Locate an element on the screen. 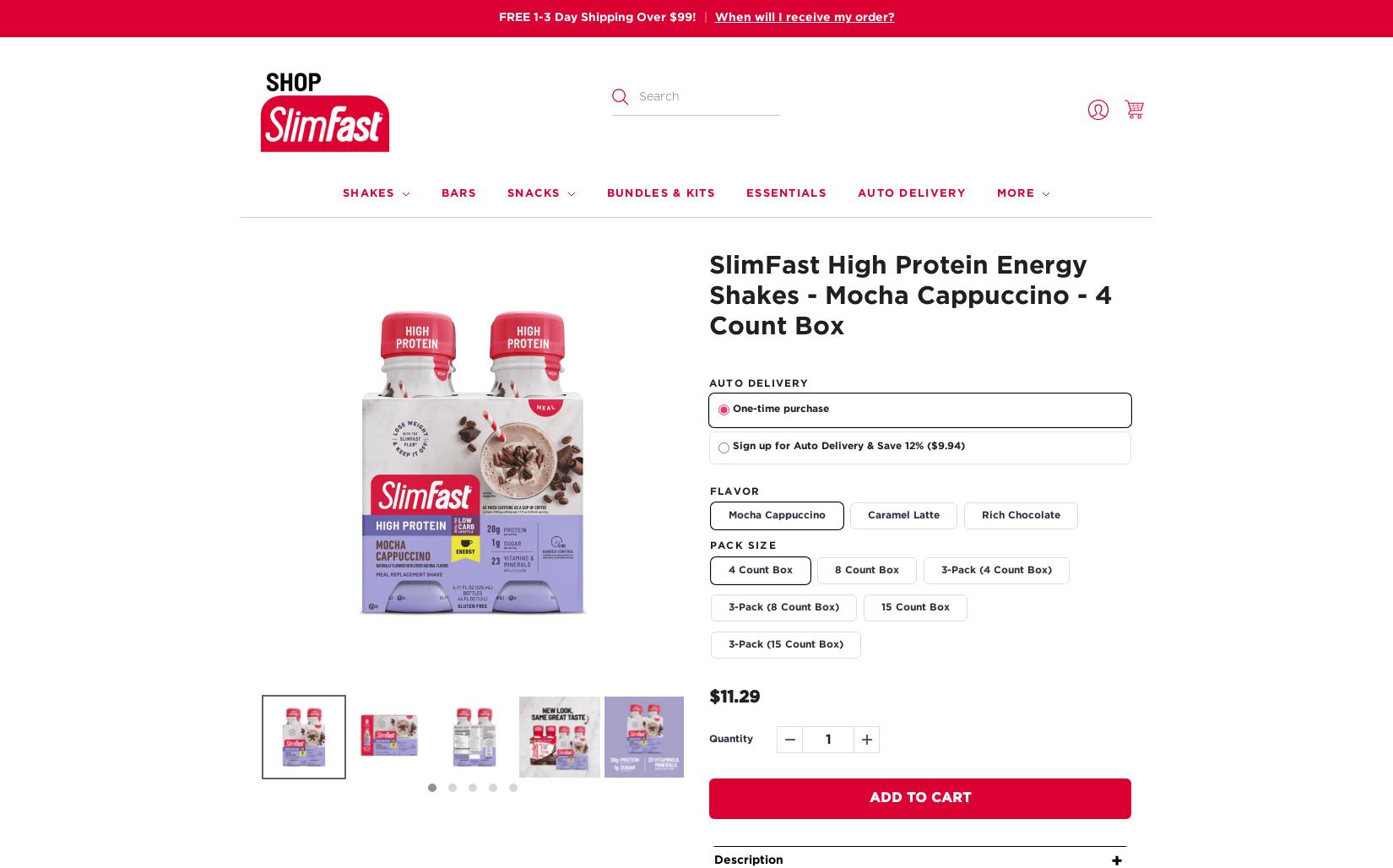 This screenshot has width=1393, height=868. '$9.94' is located at coordinates (946, 446).